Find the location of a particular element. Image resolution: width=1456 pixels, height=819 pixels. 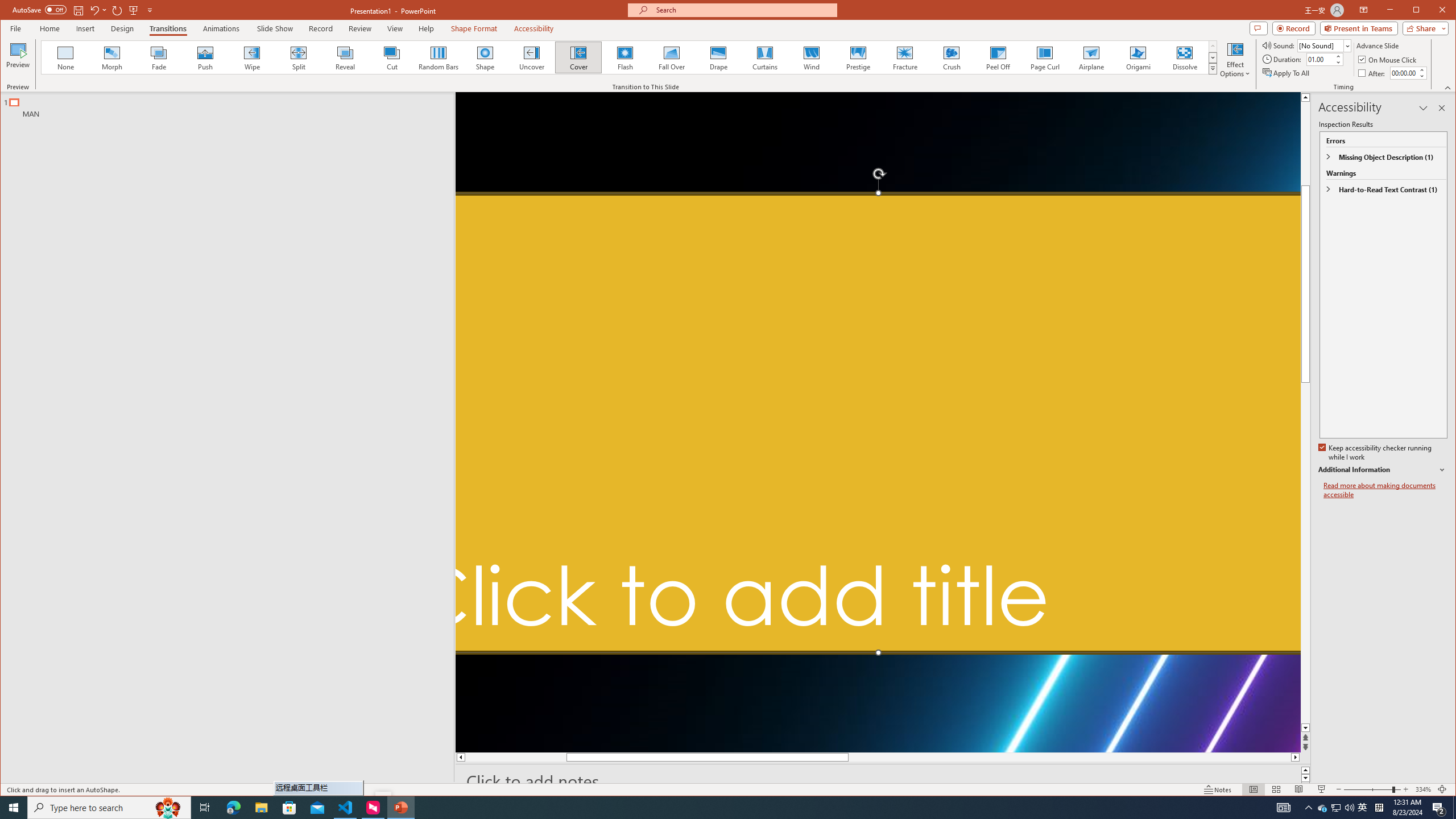

'Origami' is located at coordinates (1138, 57).